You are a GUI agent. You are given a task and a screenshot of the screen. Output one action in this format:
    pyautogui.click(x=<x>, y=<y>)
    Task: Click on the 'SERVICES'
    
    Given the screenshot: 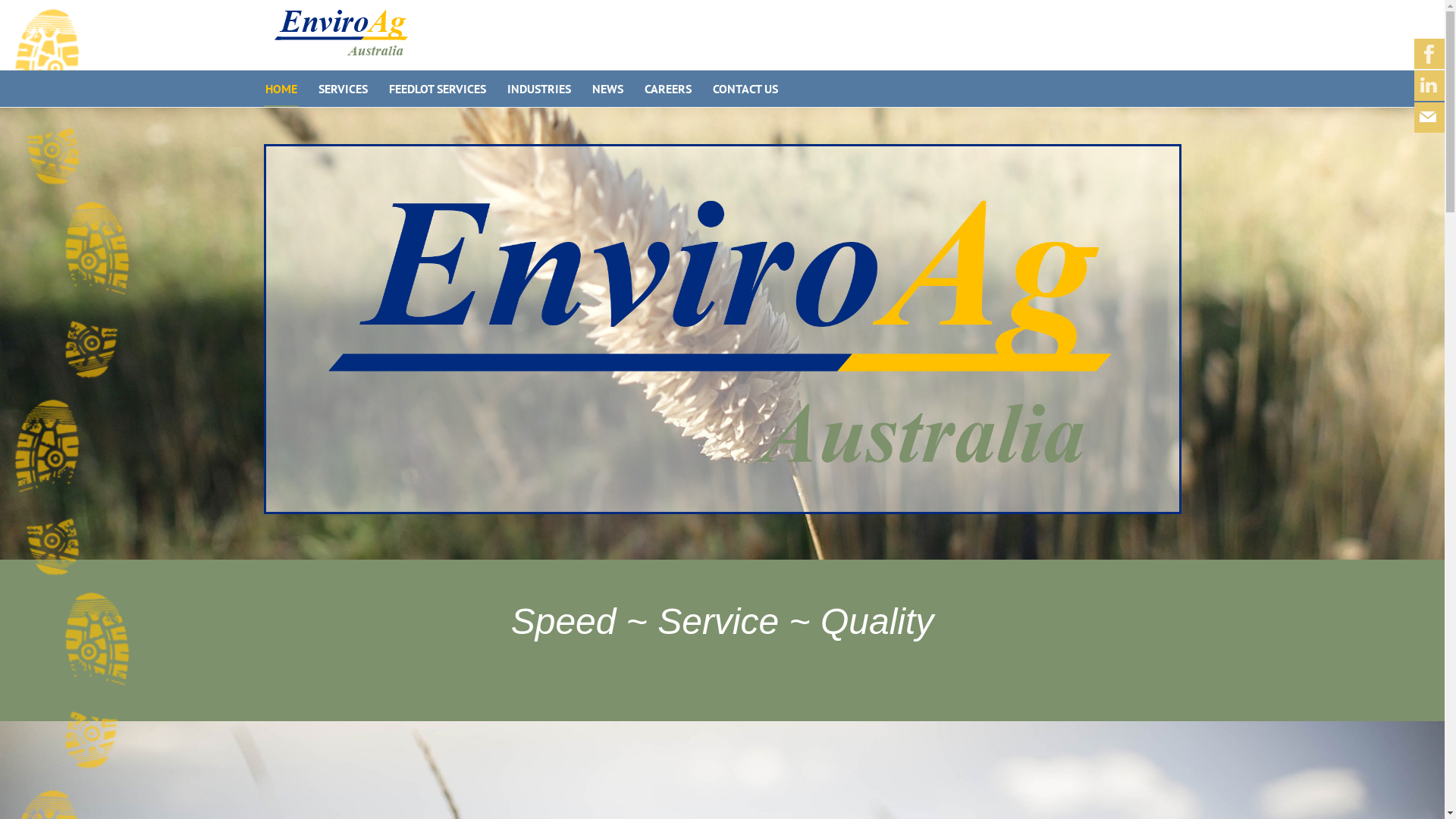 What is the action you would take?
    pyautogui.click(x=342, y=88)
    